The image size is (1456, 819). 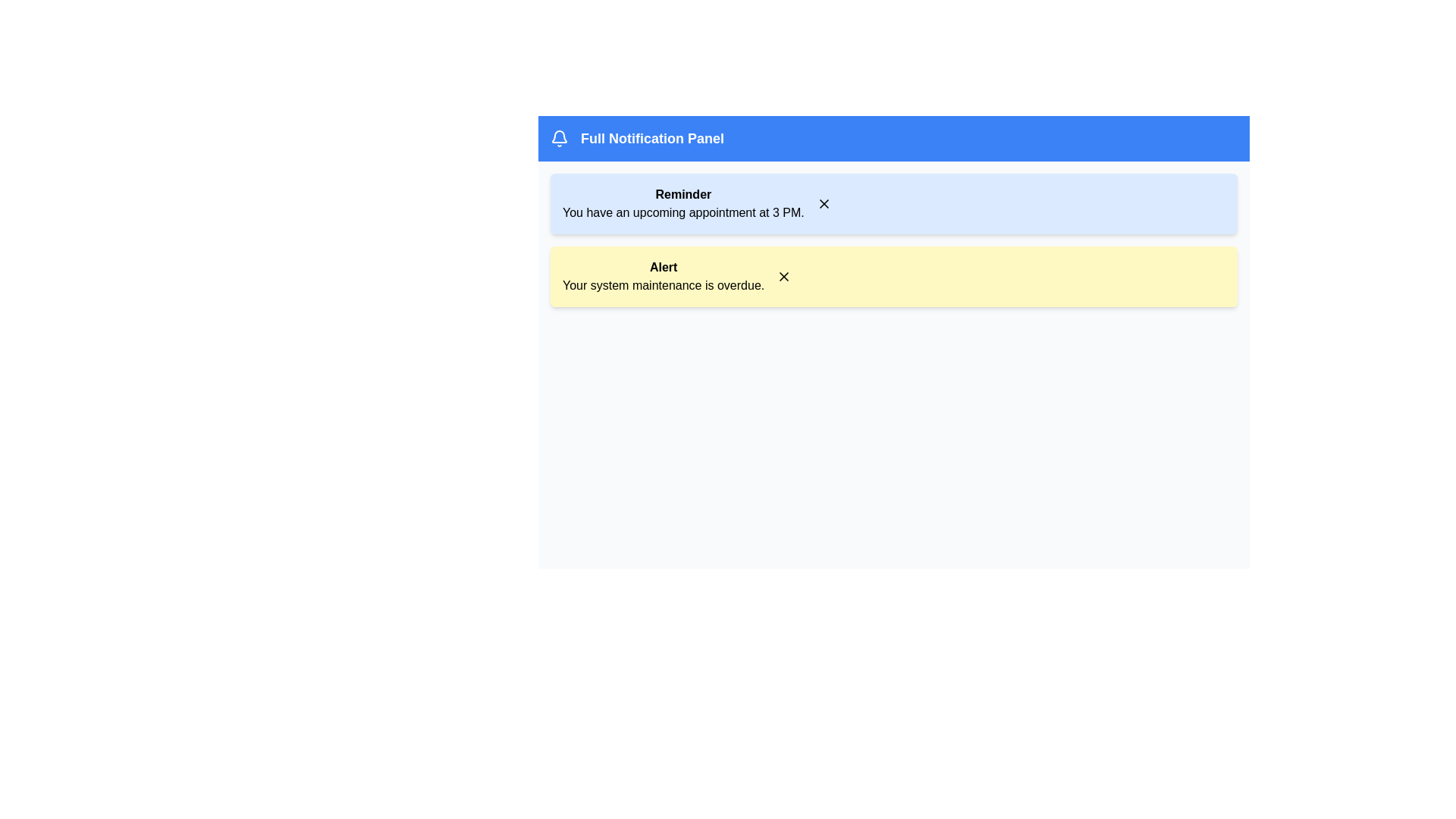 What do you see at coordinates (784, 277) in the screenshot?
I see `the close icon, which is an SVG-based graphical button located at the top-right corner of the Alert notification box` at bounding box center [784, 277].